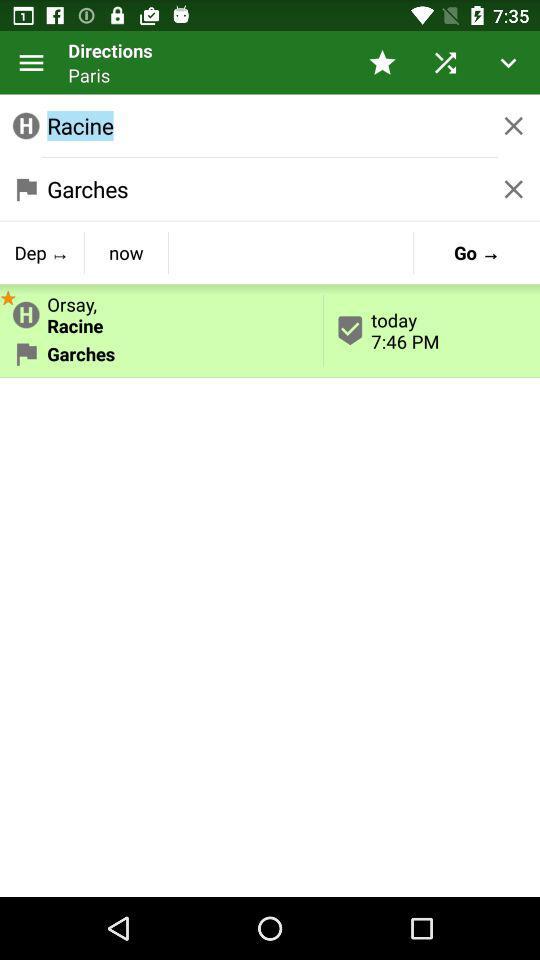 This screenshot has width=540, height=960. I want to click on item above the garches icon, so click(160, 311).